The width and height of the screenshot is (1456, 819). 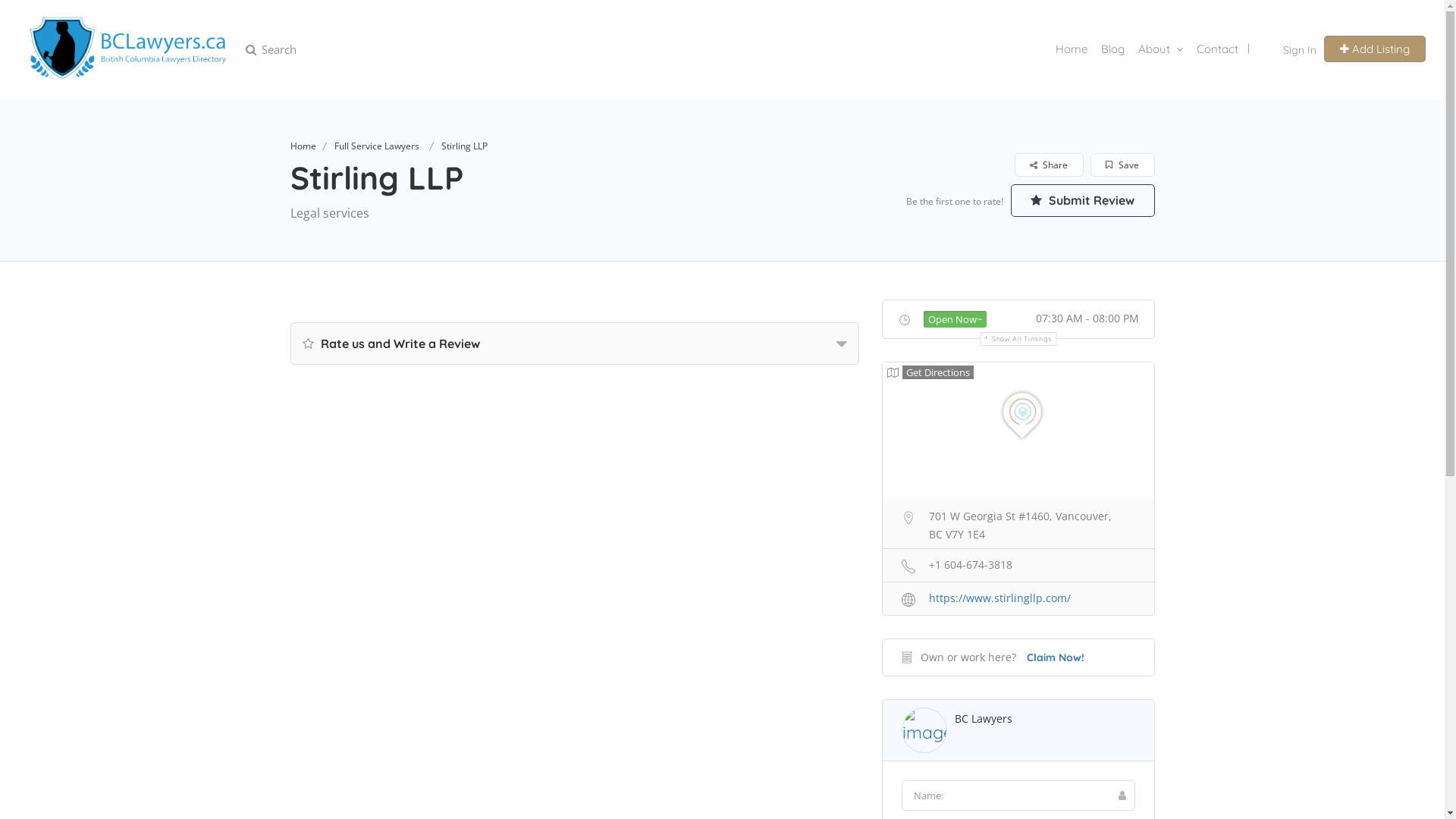 I want to click on 'Show All Timings', so click(x=1018, y=338).